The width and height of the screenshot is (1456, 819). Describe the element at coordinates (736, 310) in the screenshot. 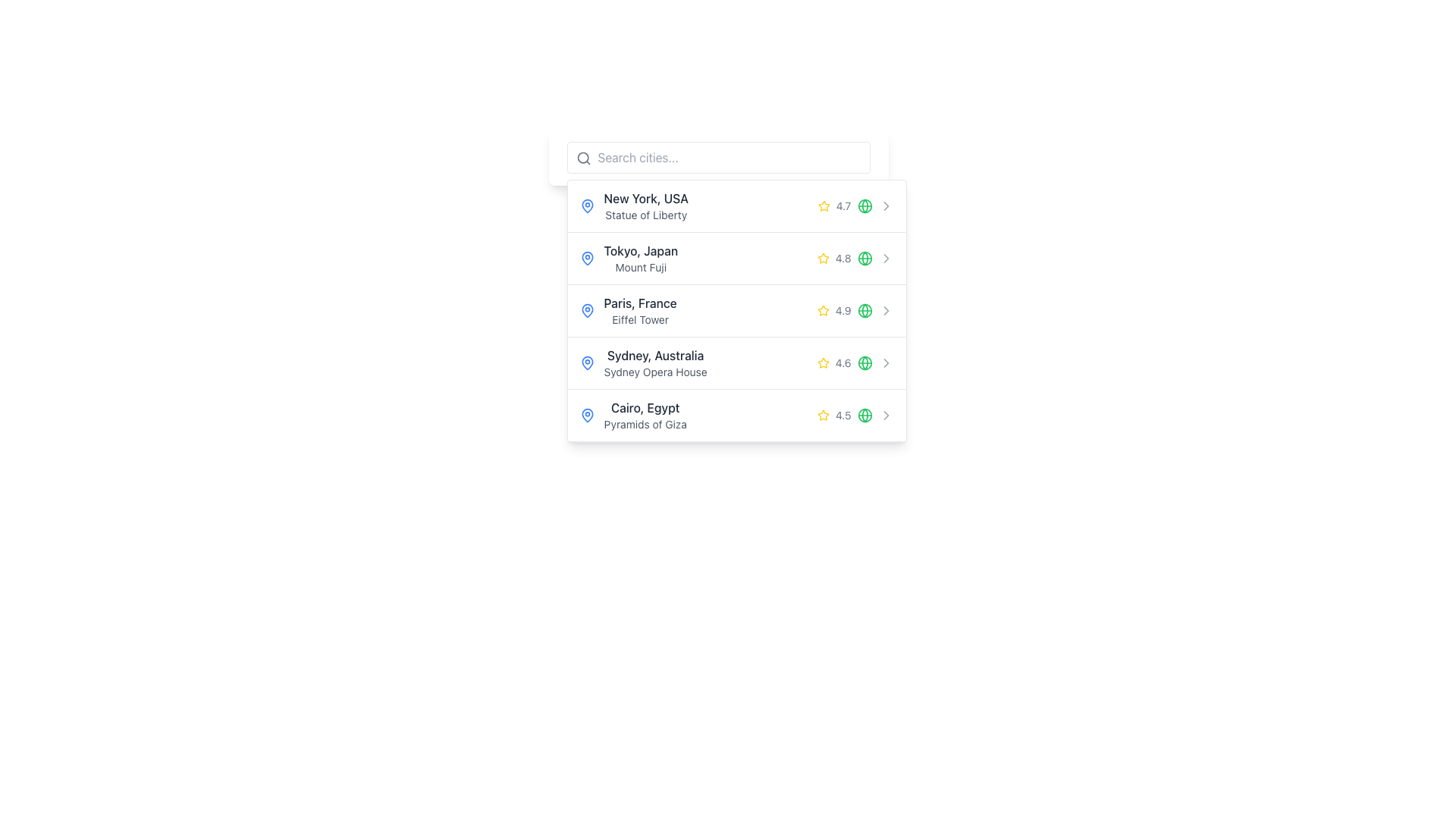

I see `the third entry` at that location.